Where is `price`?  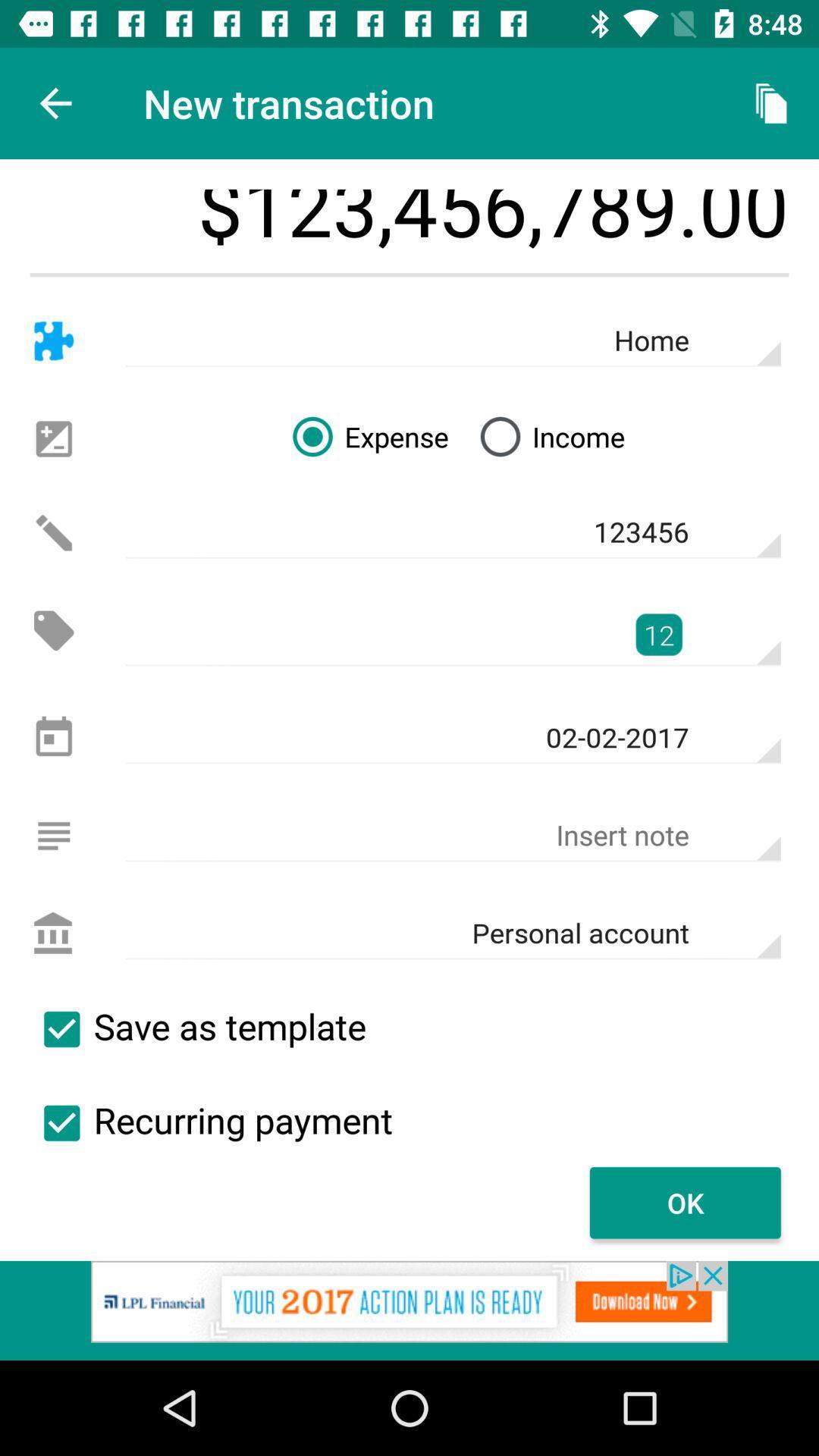 price is located at coordinates (53, 630).